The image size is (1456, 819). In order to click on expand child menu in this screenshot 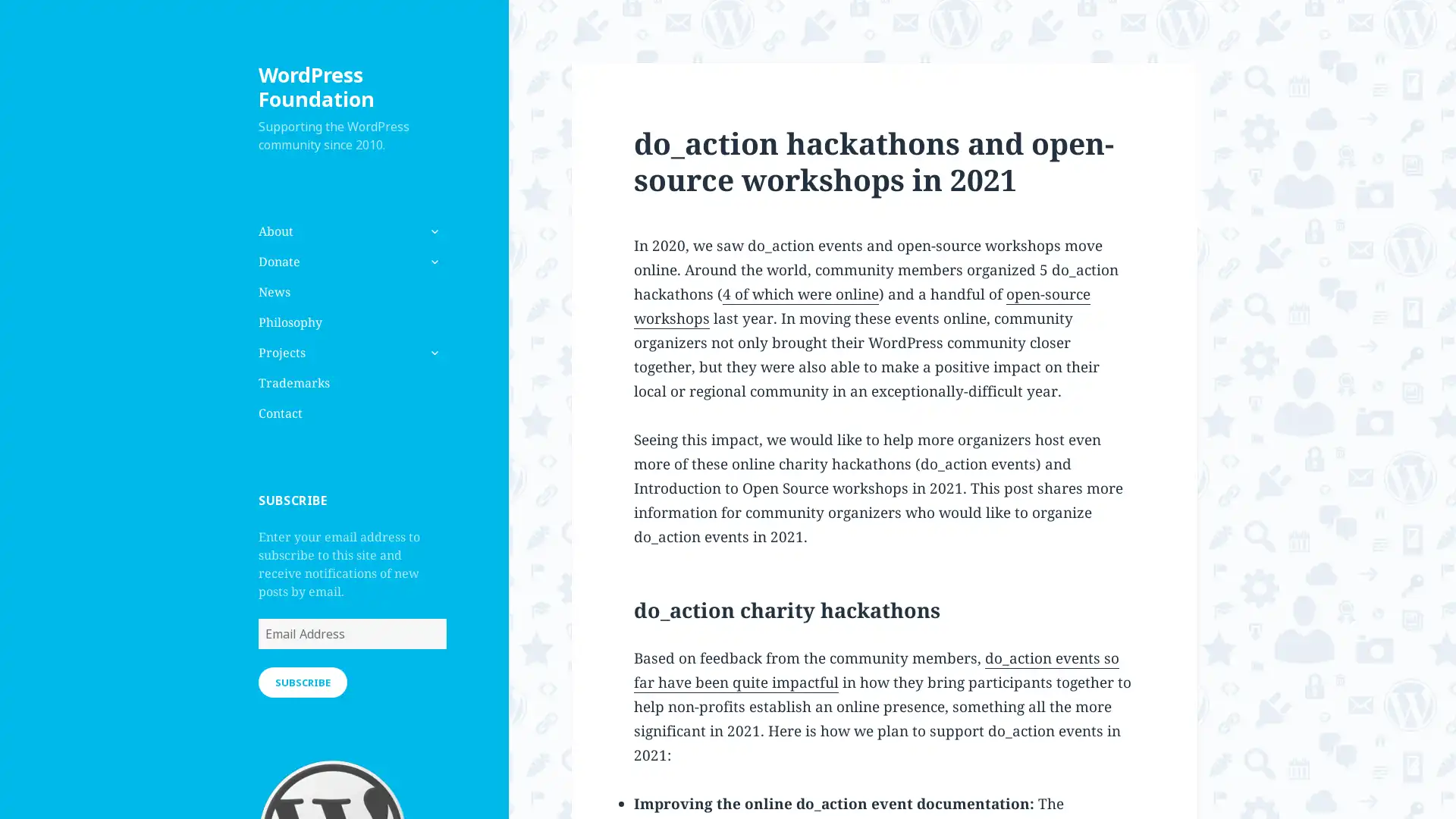, I will do `click(432, 231)`.